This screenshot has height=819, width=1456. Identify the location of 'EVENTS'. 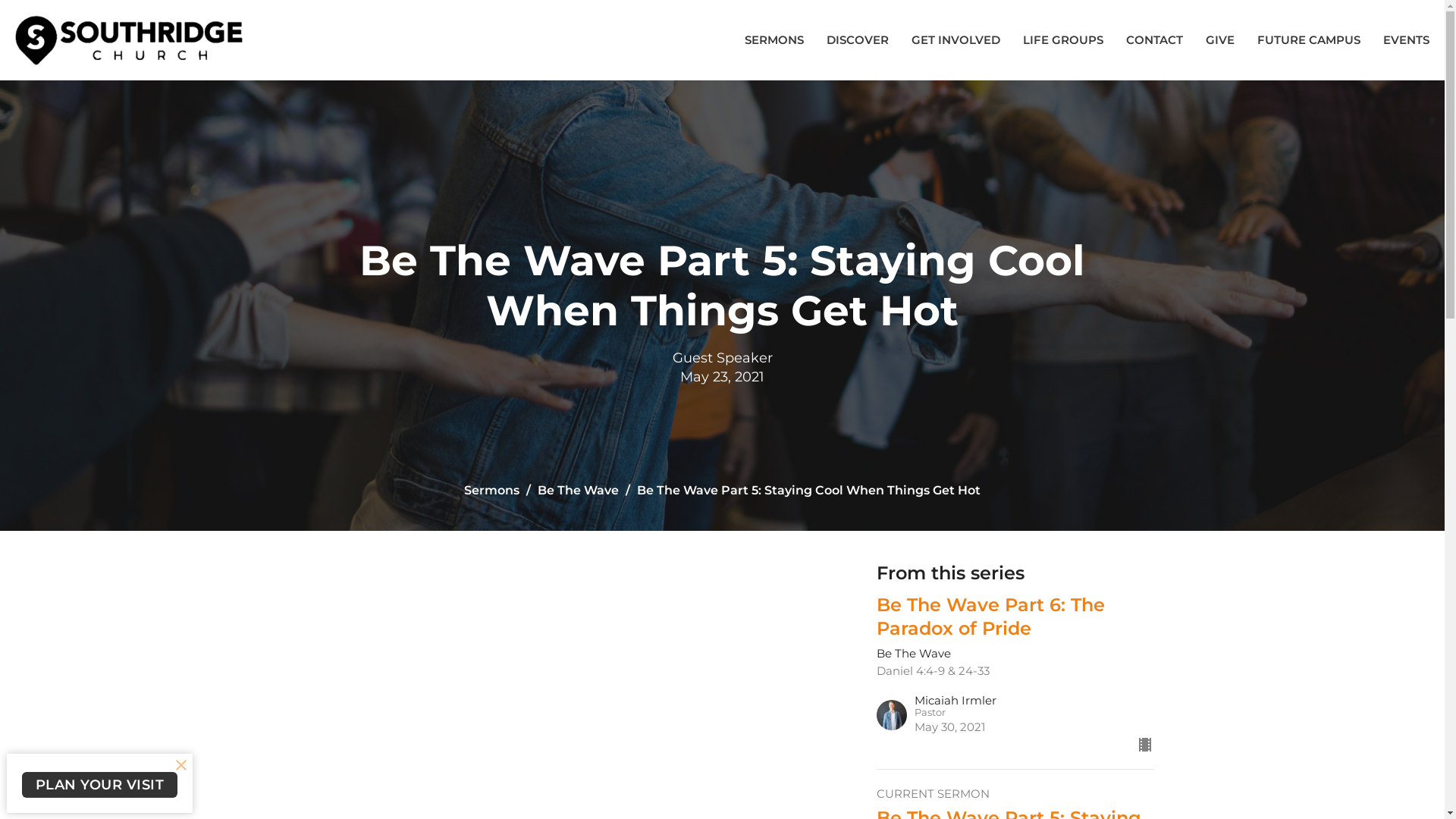
(1405, 39).